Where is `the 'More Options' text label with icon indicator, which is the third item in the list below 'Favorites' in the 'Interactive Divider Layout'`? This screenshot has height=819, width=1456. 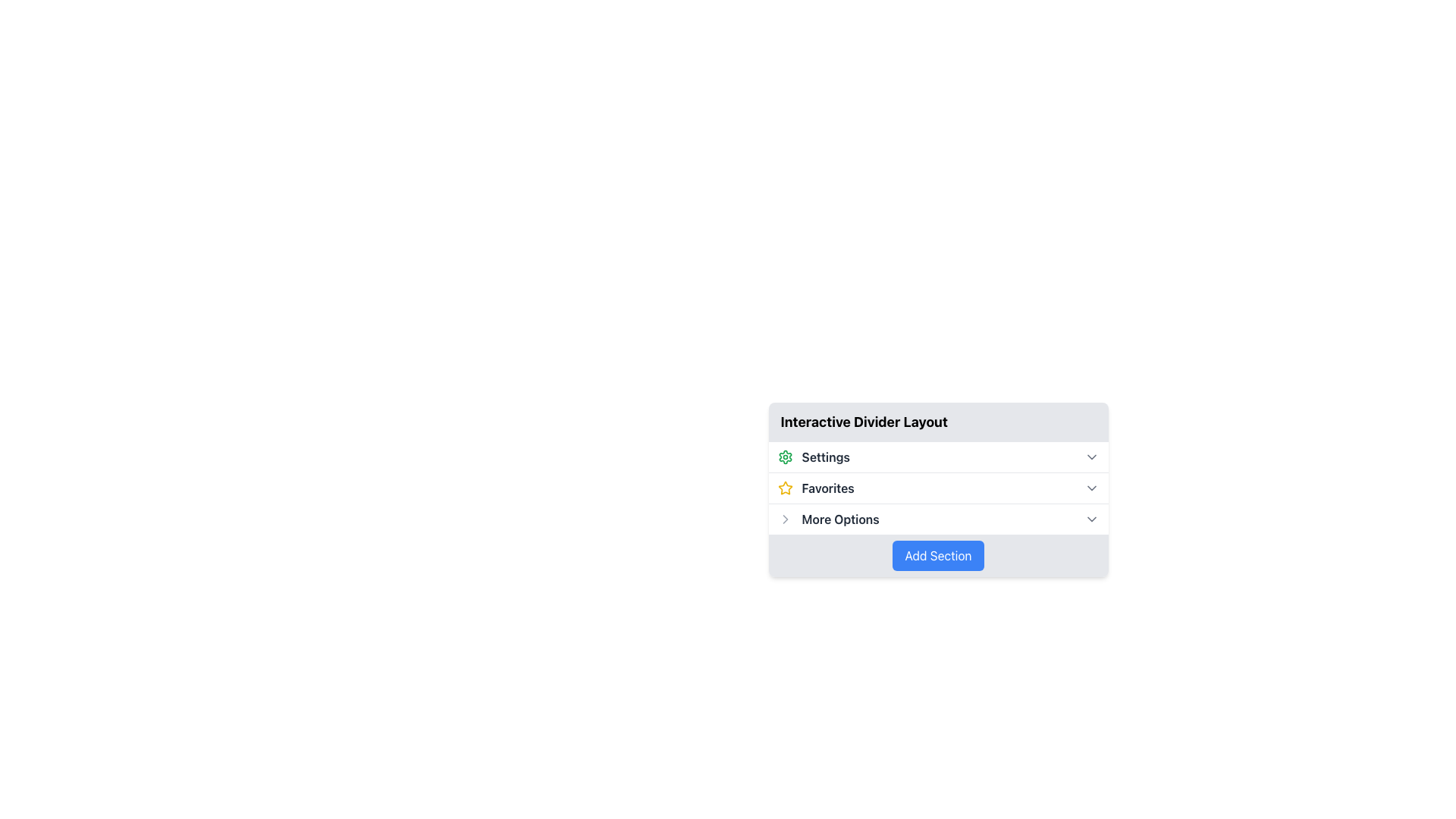
the 'More Options' text label with icon indicator, which is the third item in the list below 'Favorites' in the 'Interactive Divider Layout' is located at coordinates (827, 519).